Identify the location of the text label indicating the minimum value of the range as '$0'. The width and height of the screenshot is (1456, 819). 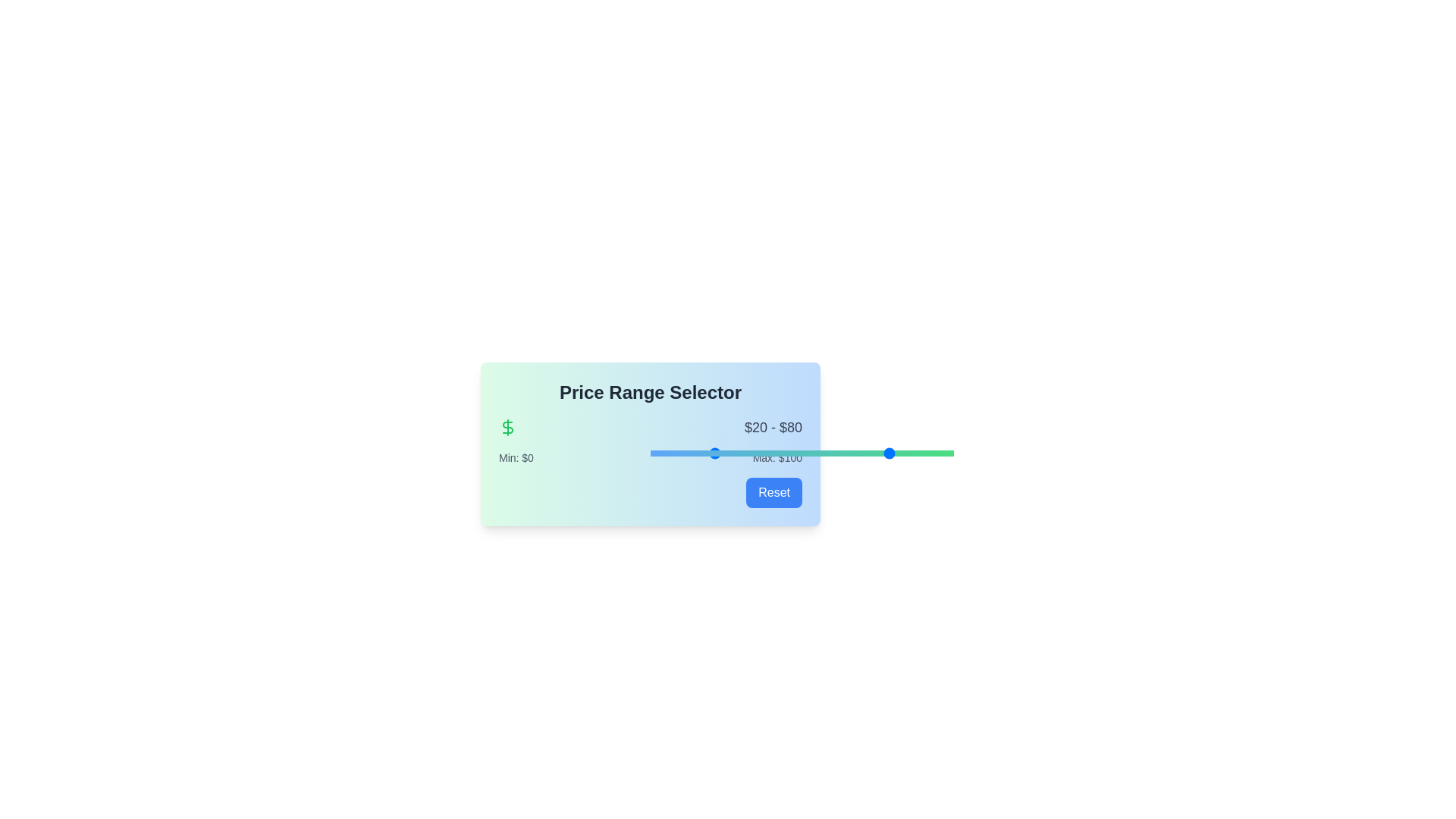
(516, 457).